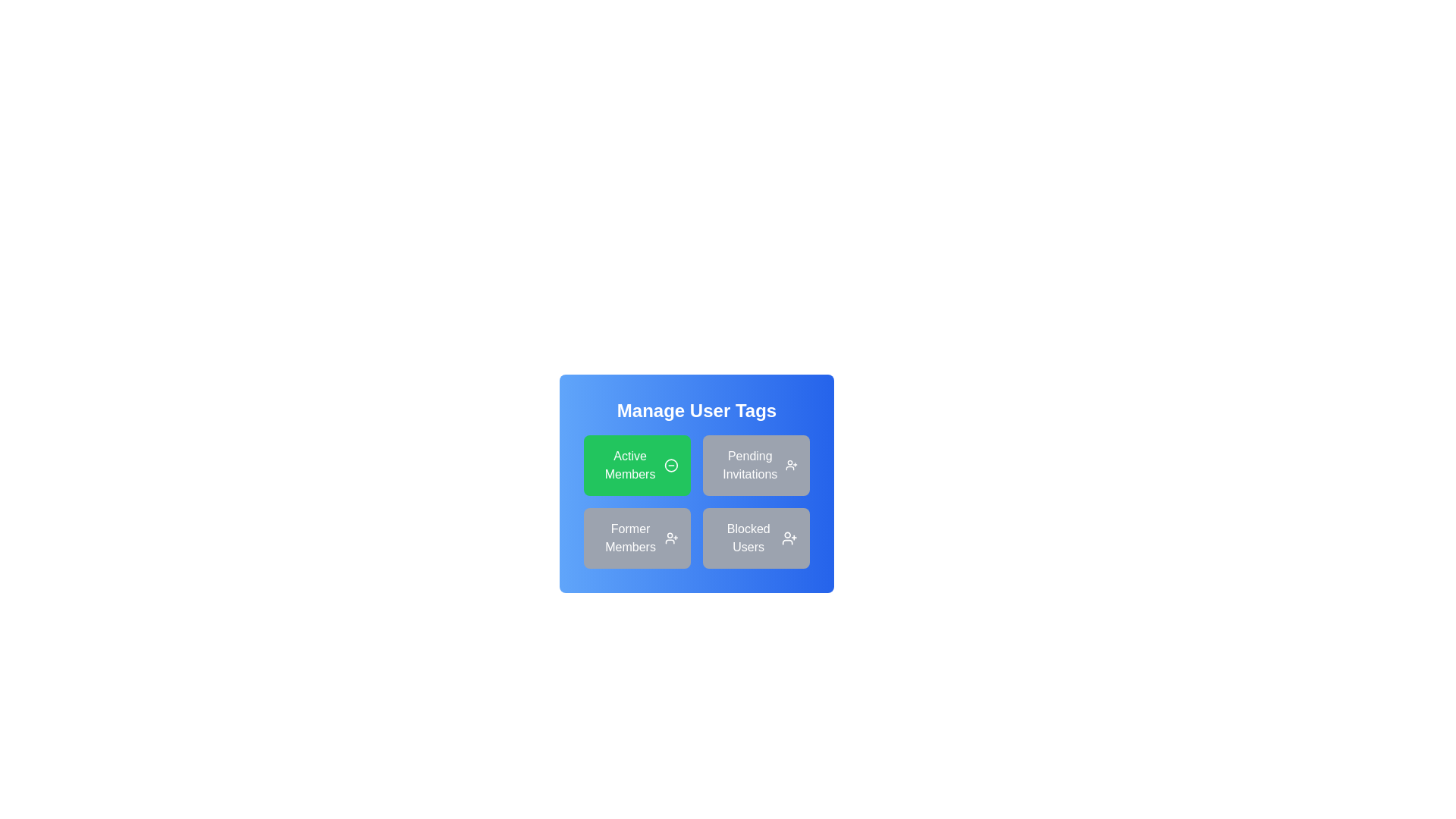  Describe the element at coordinates (789, 537) in the screenshot. I see `the icon located at the top-right corner of the 'Blocked Users' panel, adjacent to the 'Blocked Users' label, which is used for managing or adding blocked users` at that location.